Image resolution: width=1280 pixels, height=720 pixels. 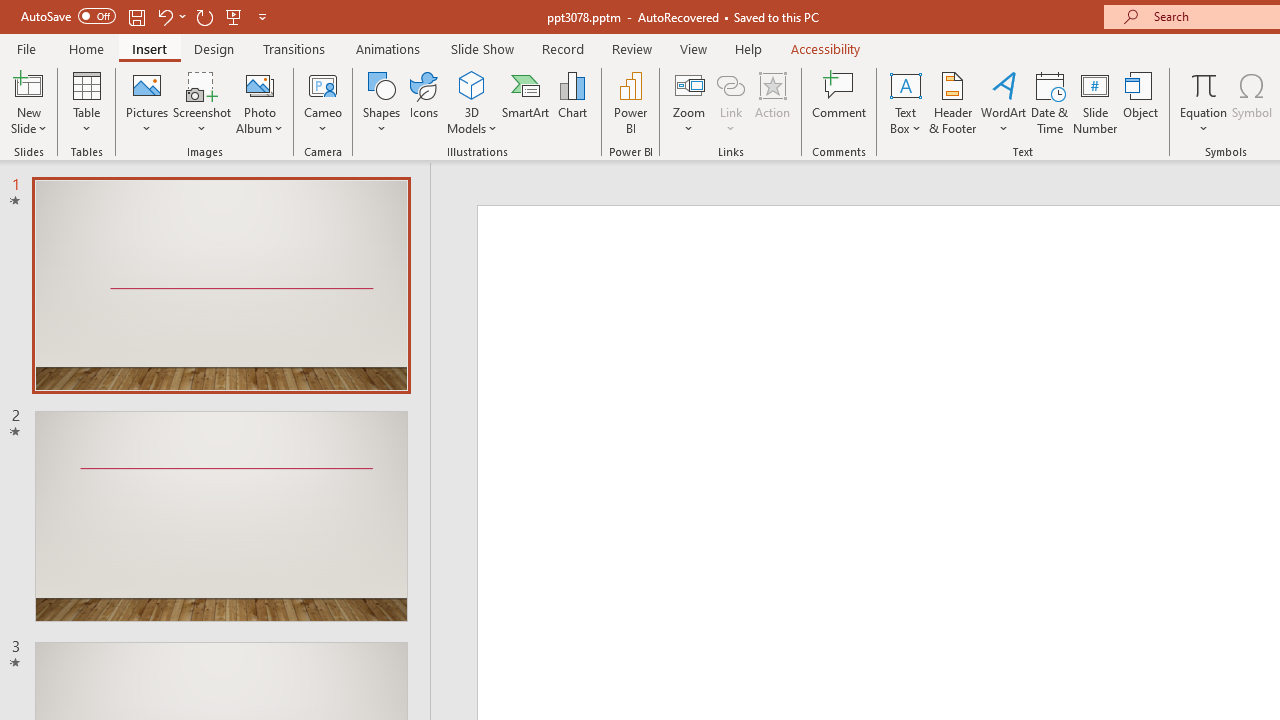 What do you see at coordinates (423, 103) in the screenshot?
I see `'Icons'` at bounding box center [423, 103].